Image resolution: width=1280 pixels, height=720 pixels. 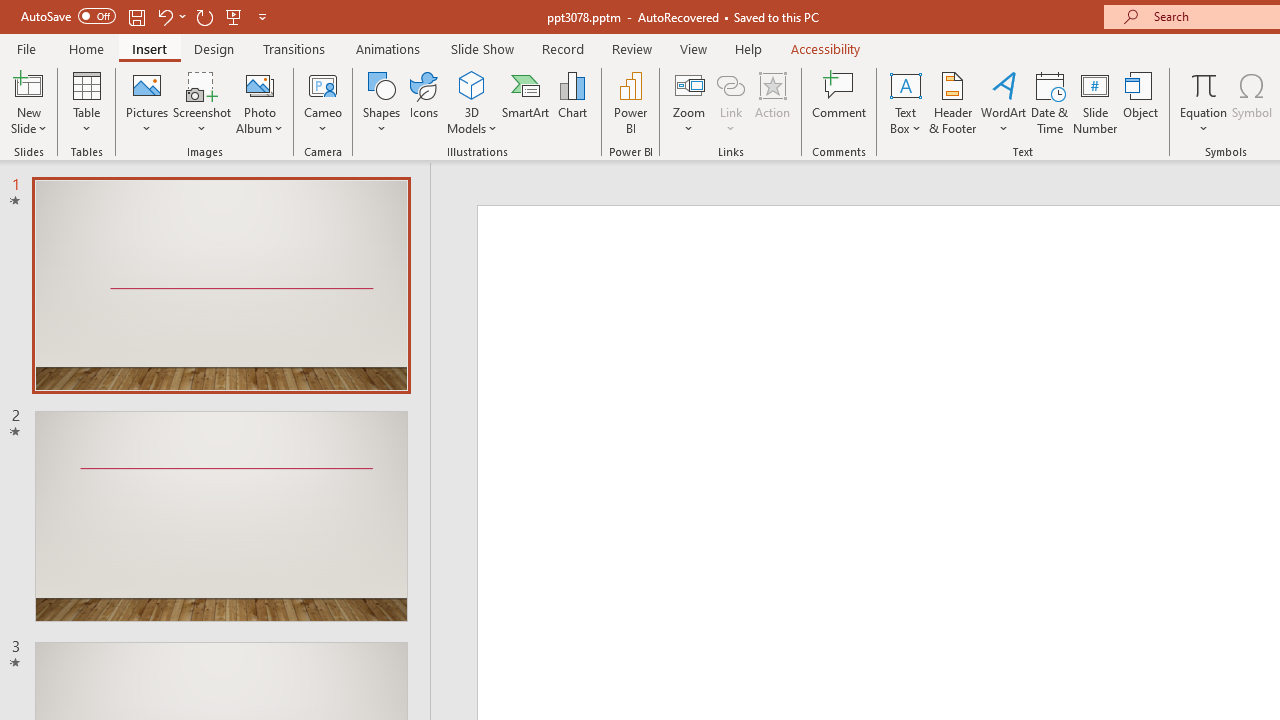 What do you see at coordinates (423, 103) in the screenshot?
I see `'Icons'` at bounding box center [423, 103].